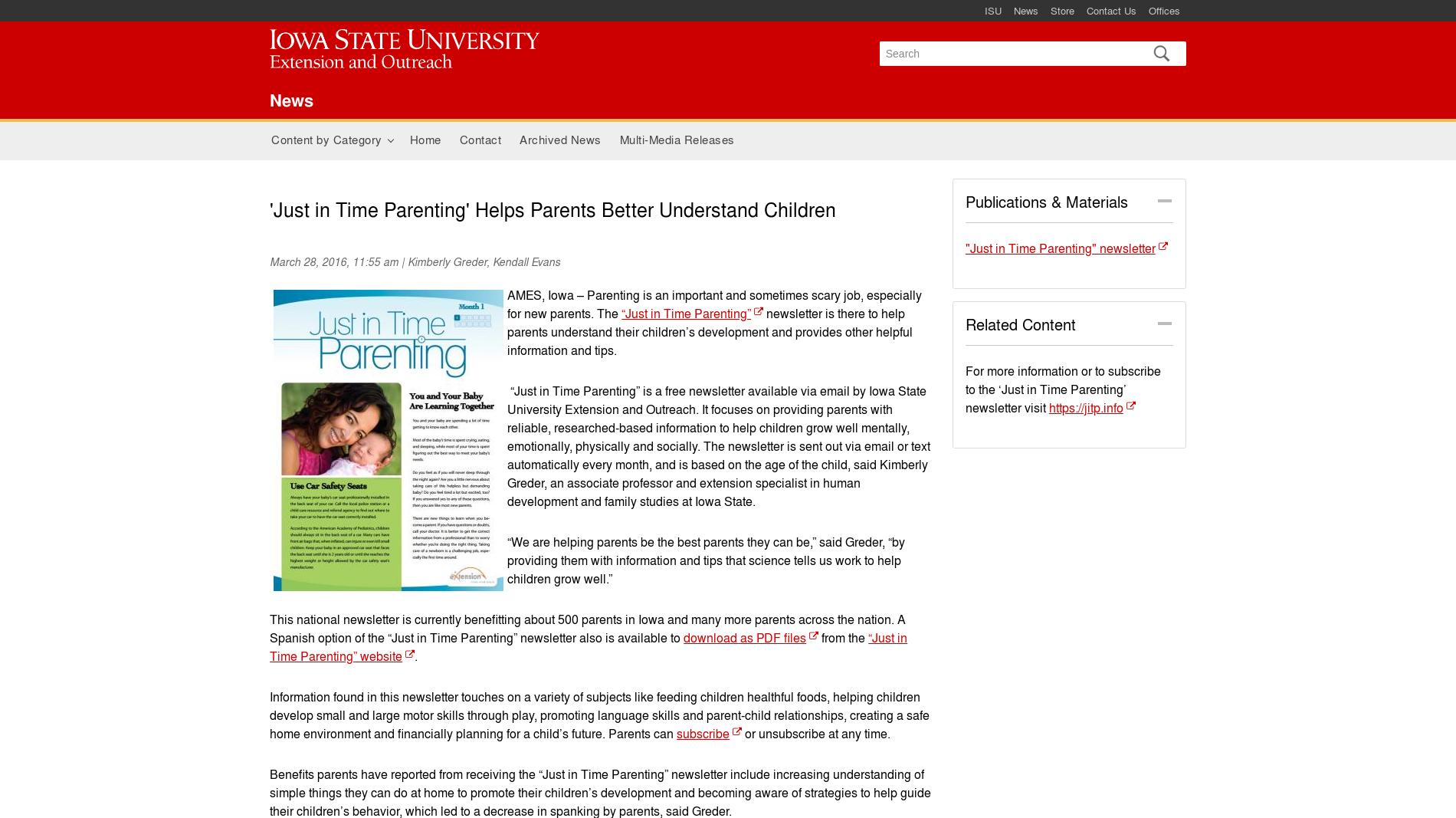 Image resolution: width=1456 pixels, height=818 pixels. Describe the element at coordinates (1061, 388) in the screenshot. I see `'For more information or to subscribe to the ‘Just in Time Parenting’ newsletter visit'` at that location.